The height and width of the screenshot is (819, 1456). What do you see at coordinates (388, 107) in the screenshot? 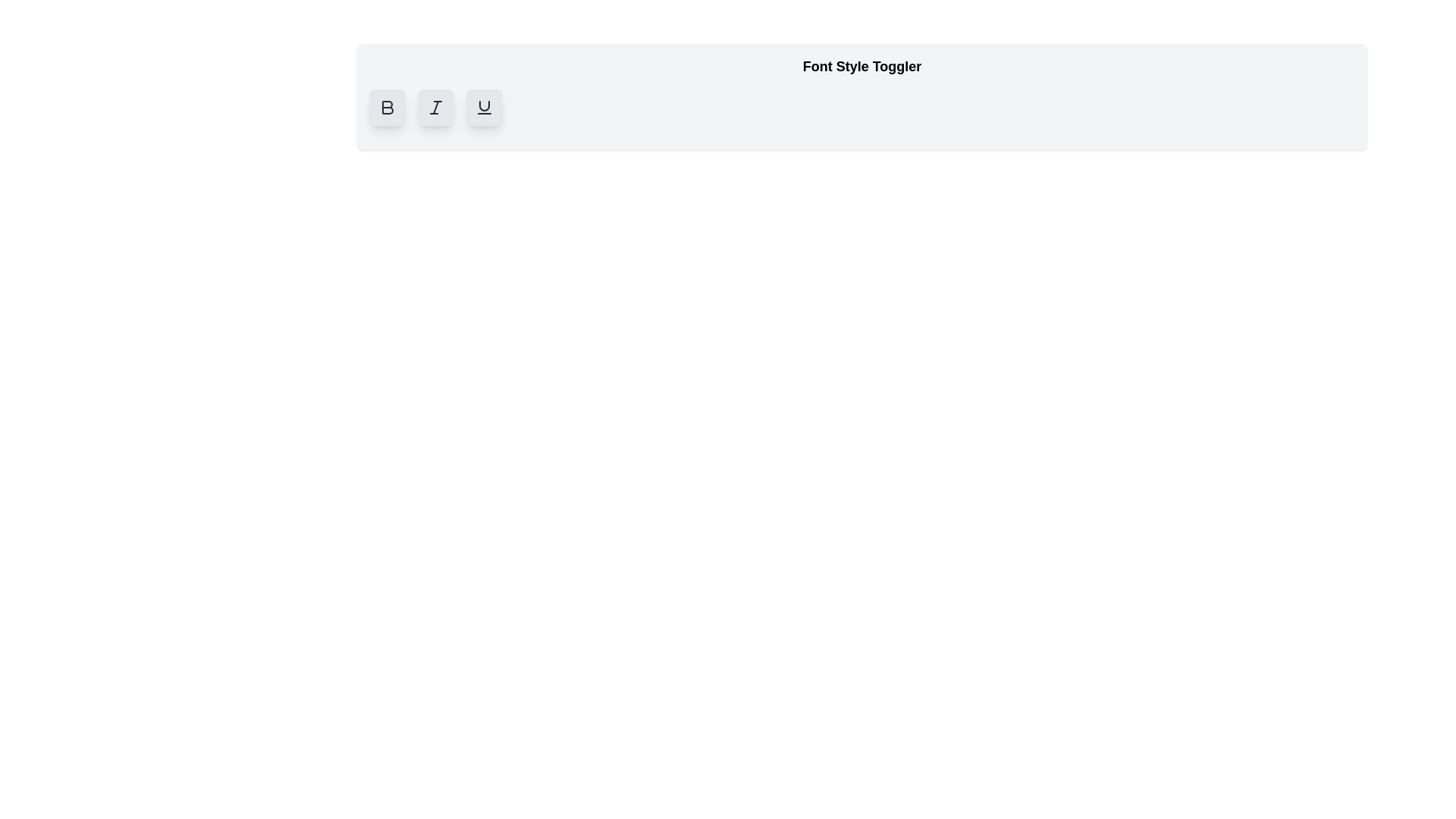
I see `the Bold icon button` at bounding box center [388, 107].